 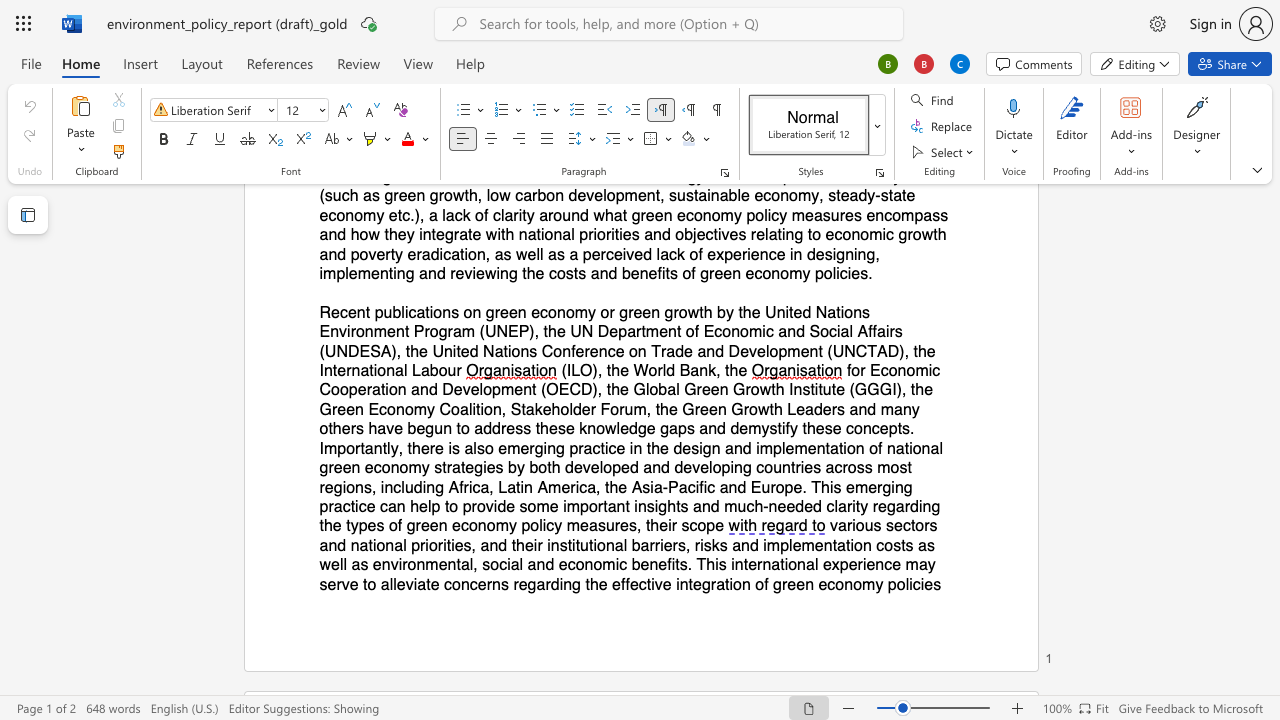 What do you see at coordinates (606, 487) in the screenshot?
I see `the 33th character "t" in the text` at bounding box center [606, 487].